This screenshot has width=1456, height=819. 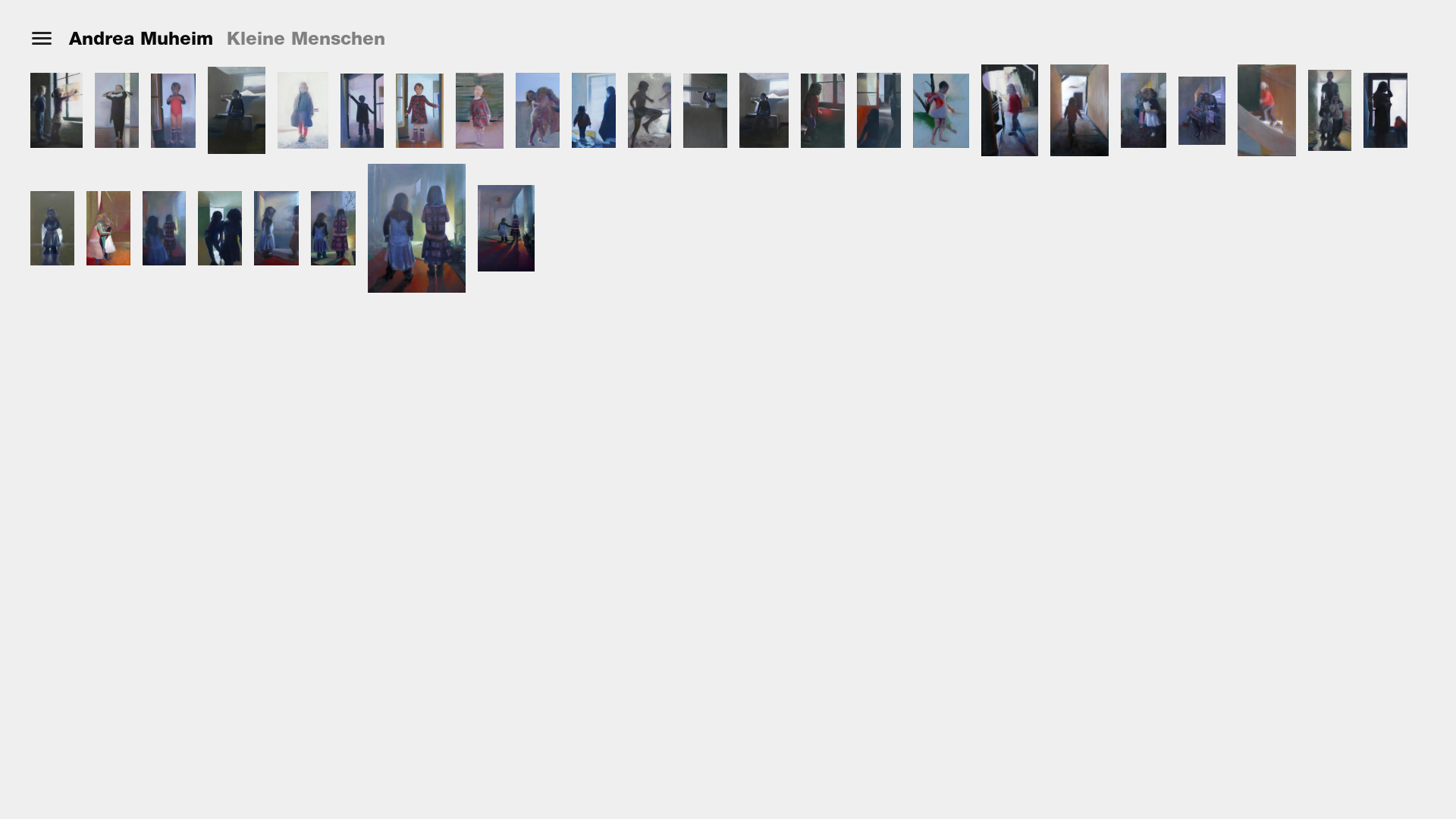 I want to click on 'Andrea Muheim', so click(x=141, y=38).